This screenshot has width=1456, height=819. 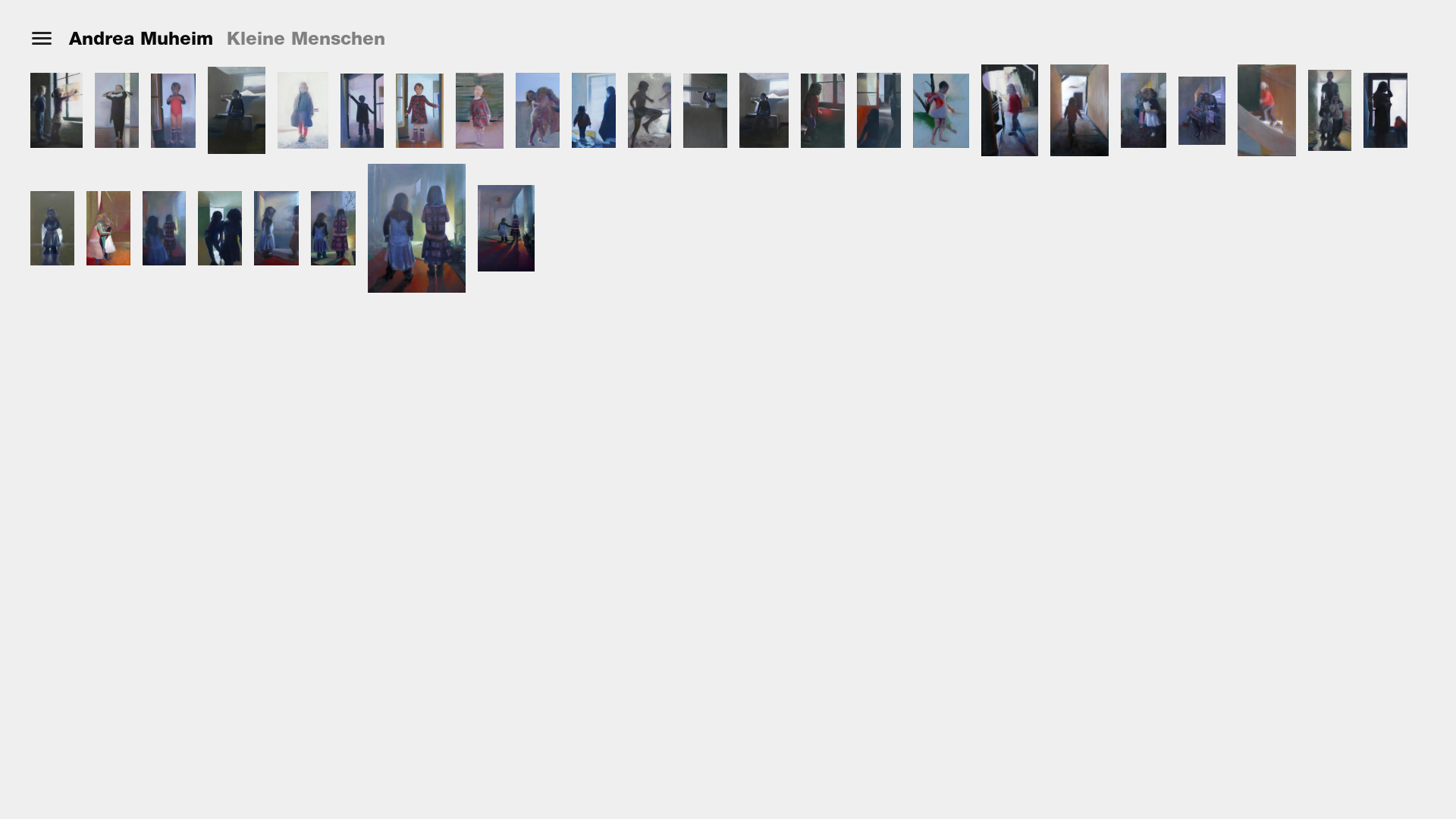 I want to click on 'Andrea Muheim', so click(x=141, y=38).